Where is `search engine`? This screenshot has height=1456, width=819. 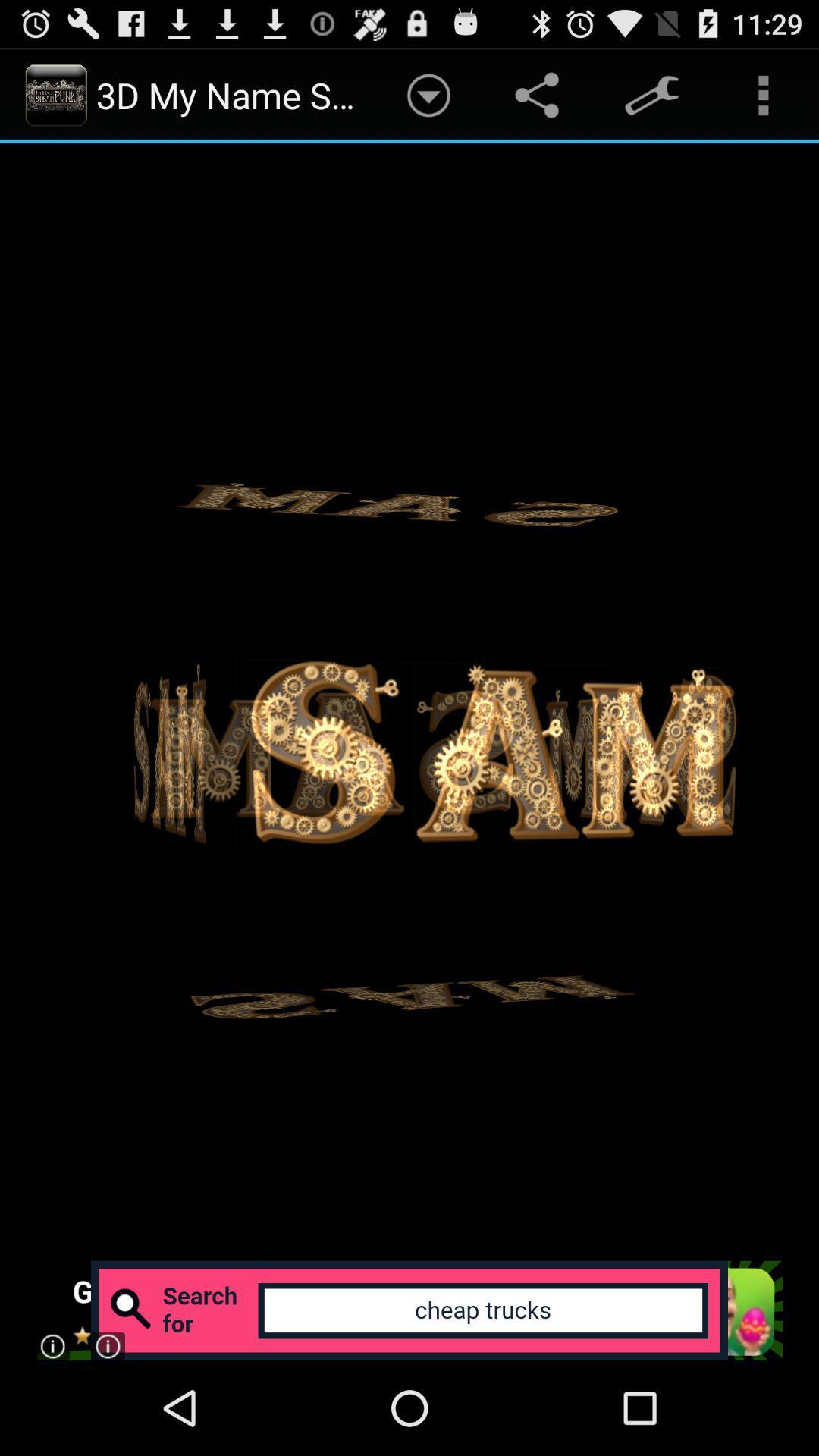 search engine is located at coordinates (408, 1310).